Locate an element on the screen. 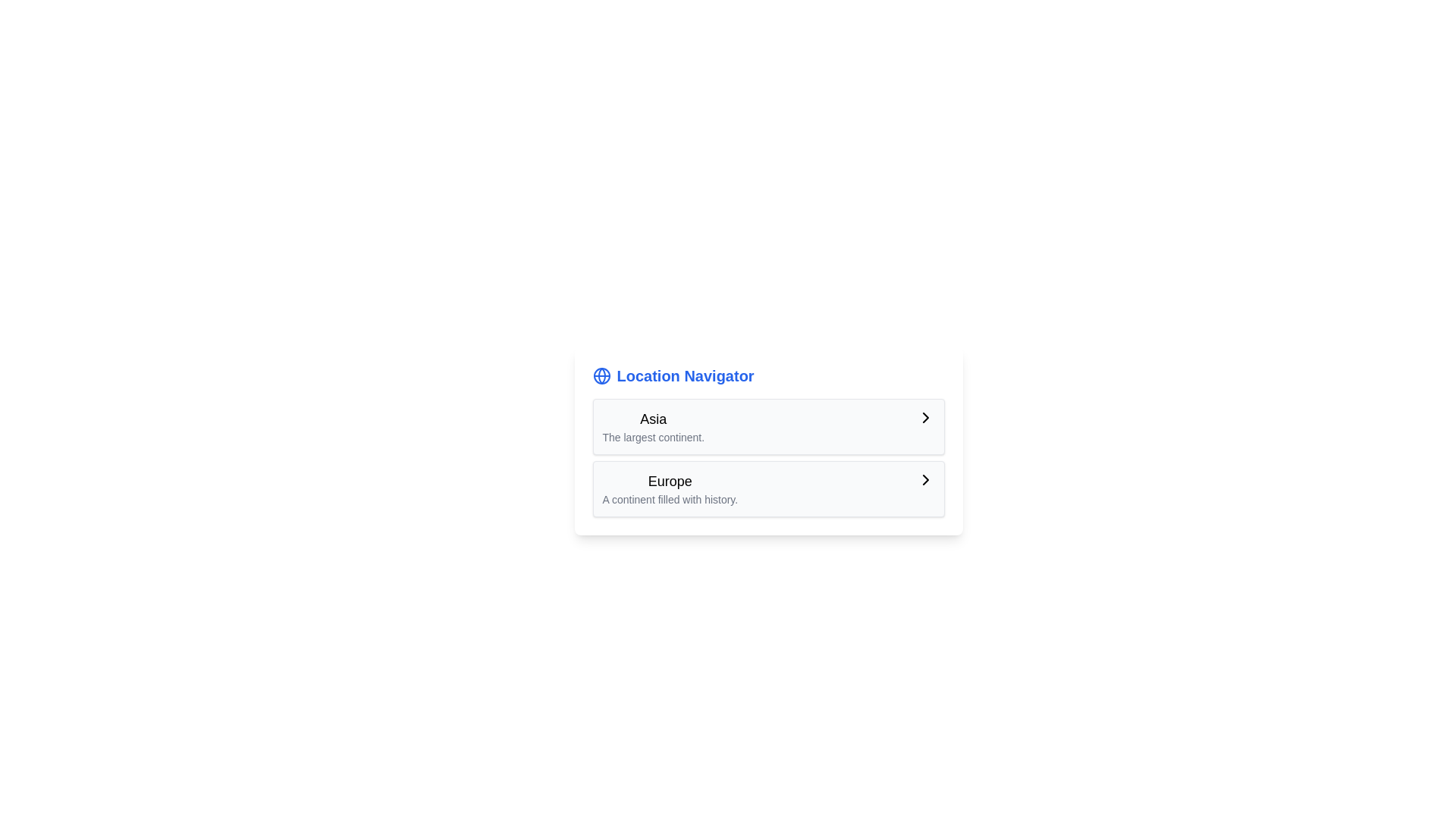 This screenshot has height=819, width=1456. the chevron icon in the 'Asia' section of the 'Location Navigator' interface is located at coordinates (924, 418).